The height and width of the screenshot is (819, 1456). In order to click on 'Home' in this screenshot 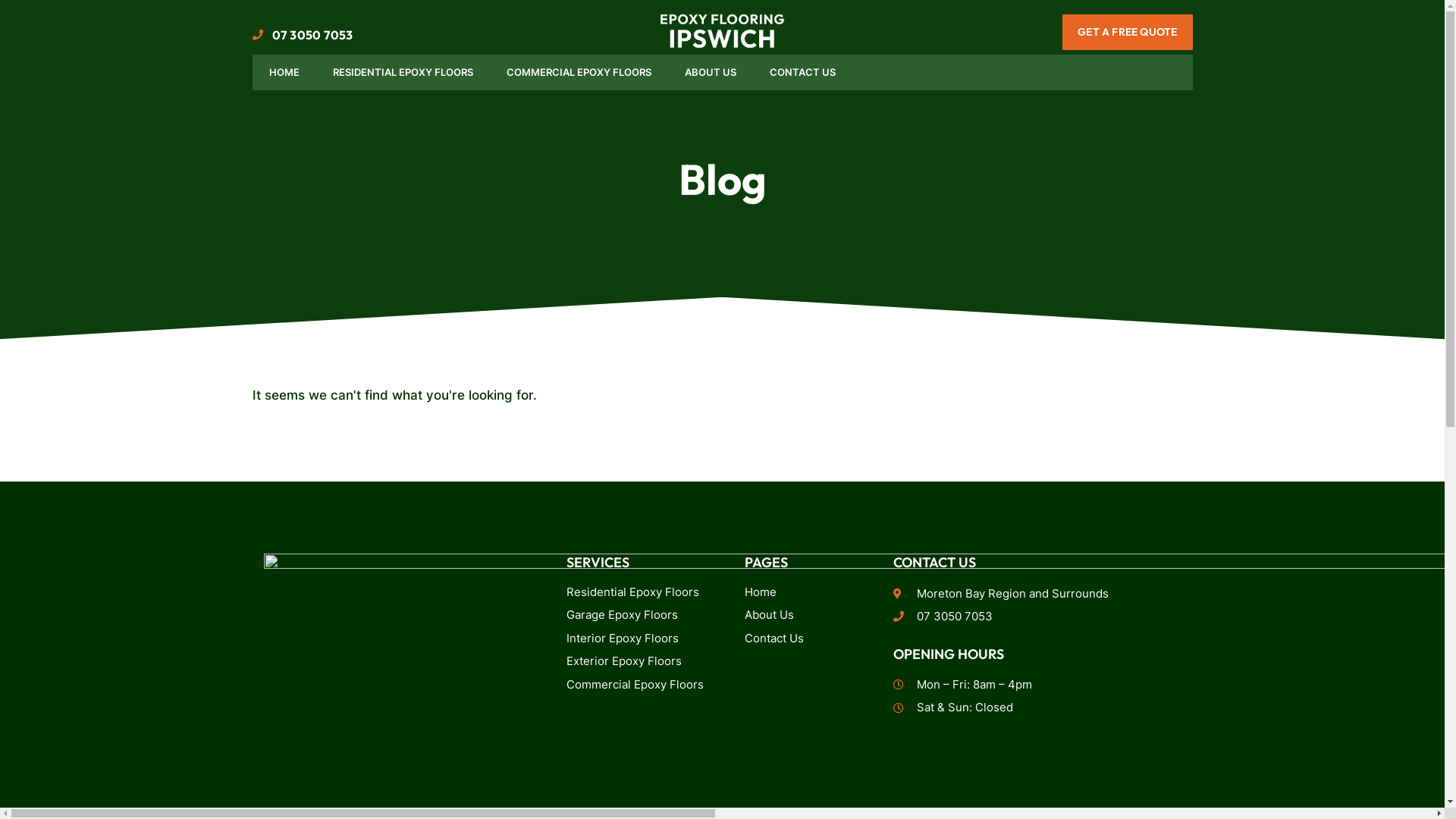, I will do `click(807, 591)`.